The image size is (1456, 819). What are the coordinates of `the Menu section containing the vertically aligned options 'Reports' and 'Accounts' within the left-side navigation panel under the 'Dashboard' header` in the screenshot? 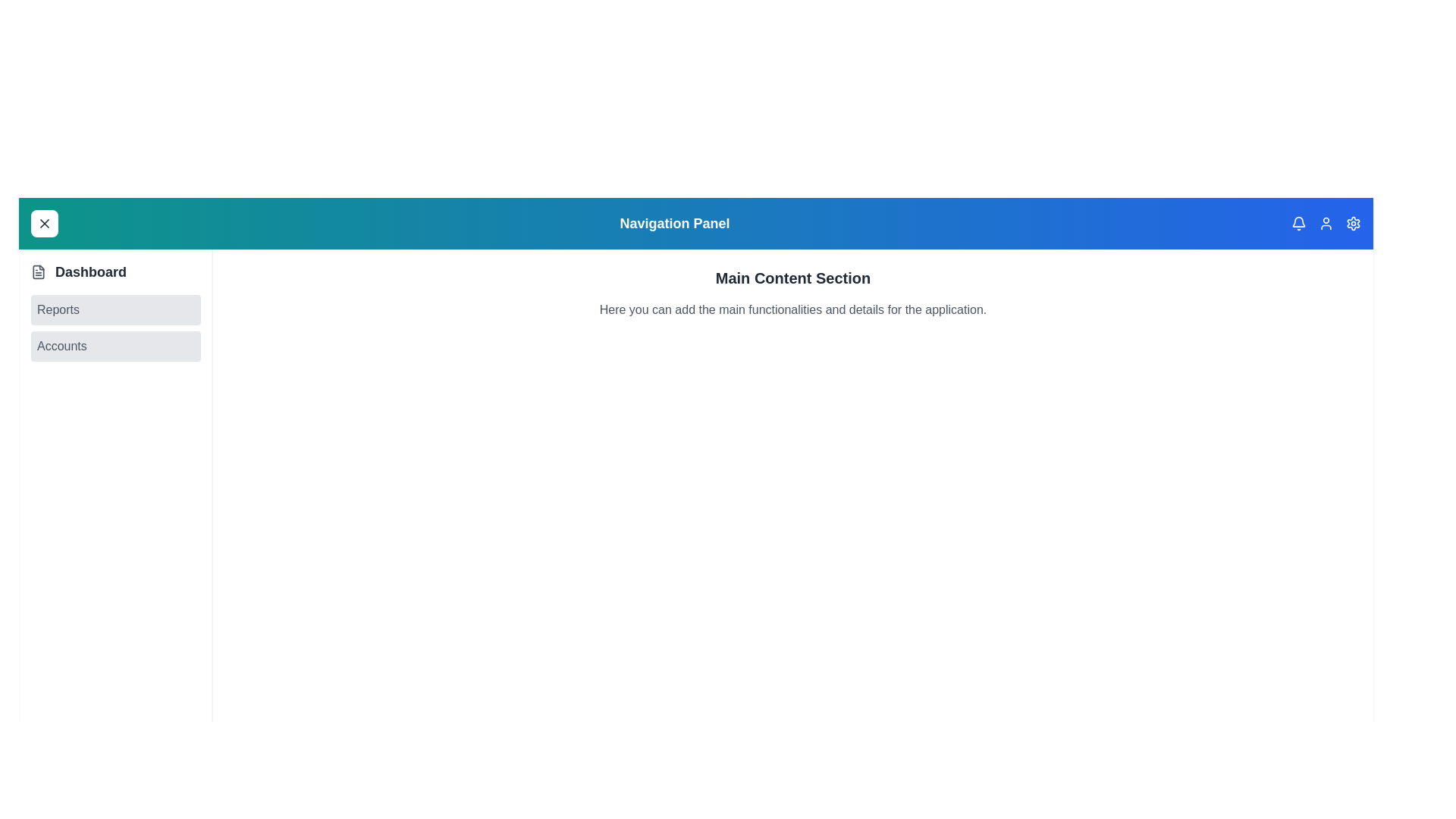 It's located at (115, 327).